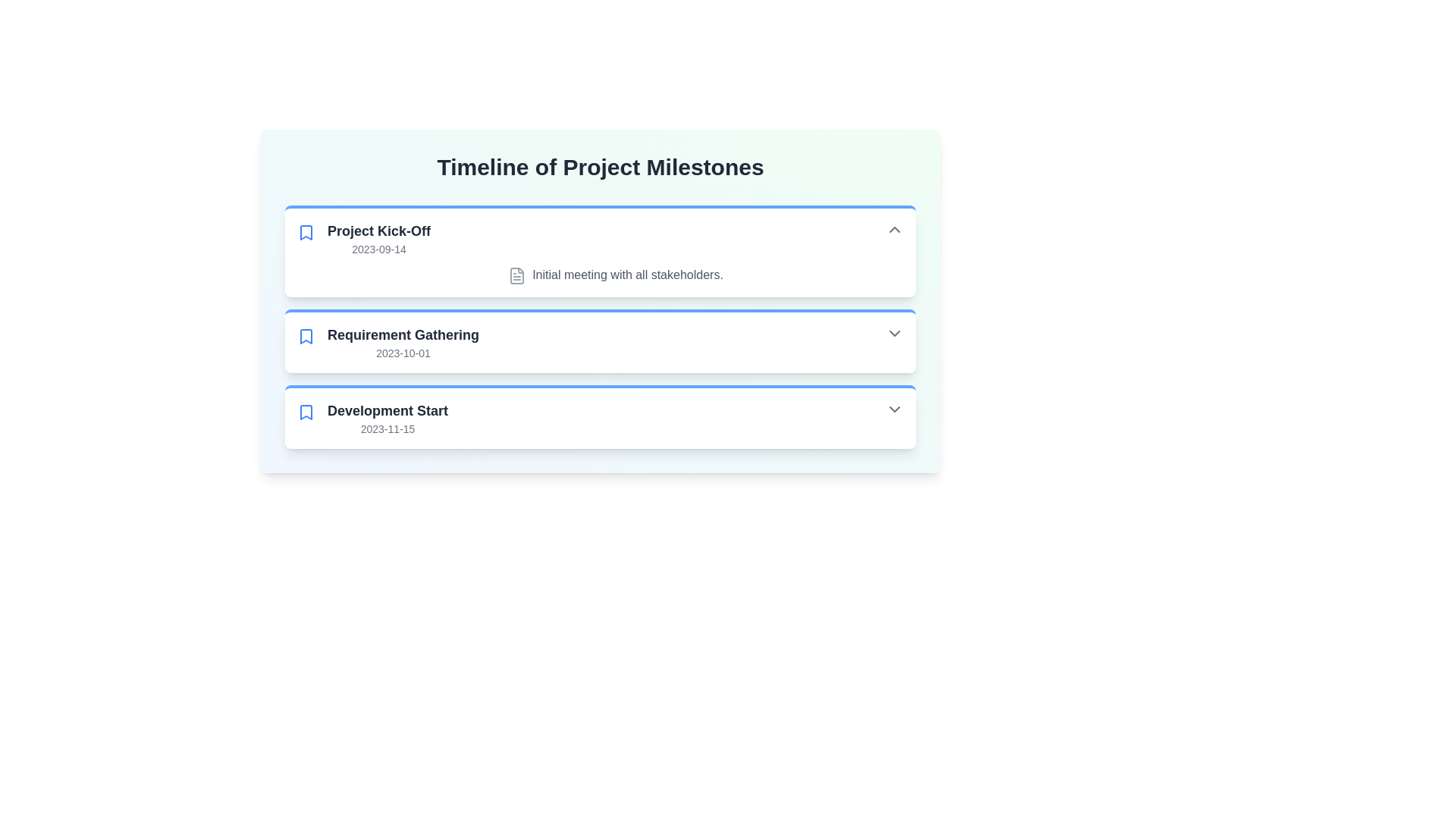  I want to click on the downward-pointing gray chevron icon located at the right side of the 'Development Start 2023-11-15' row, so click(895, 408).